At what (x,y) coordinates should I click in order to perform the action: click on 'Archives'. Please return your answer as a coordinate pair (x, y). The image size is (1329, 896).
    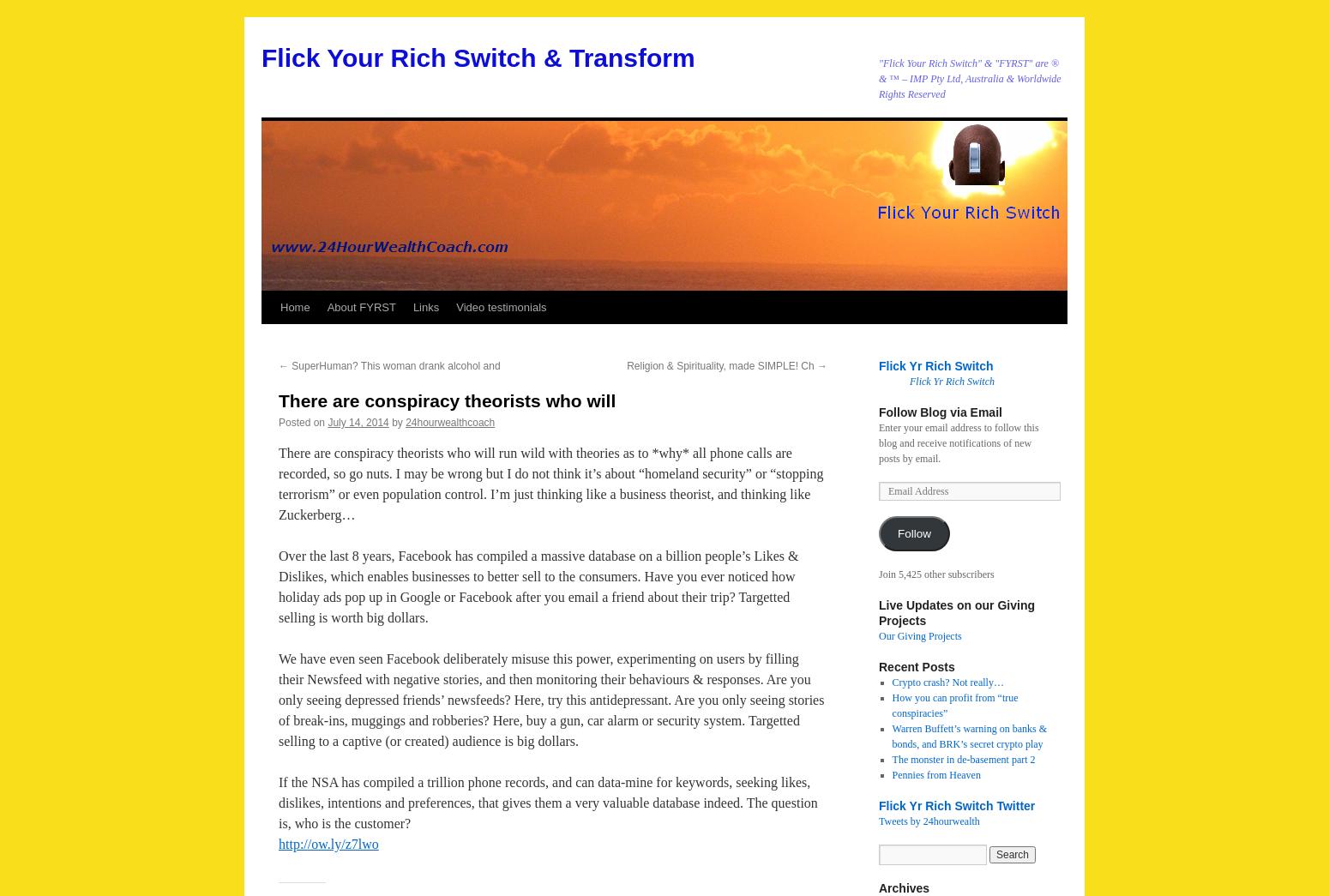
    Looking at the image, I should click on (904, 888).